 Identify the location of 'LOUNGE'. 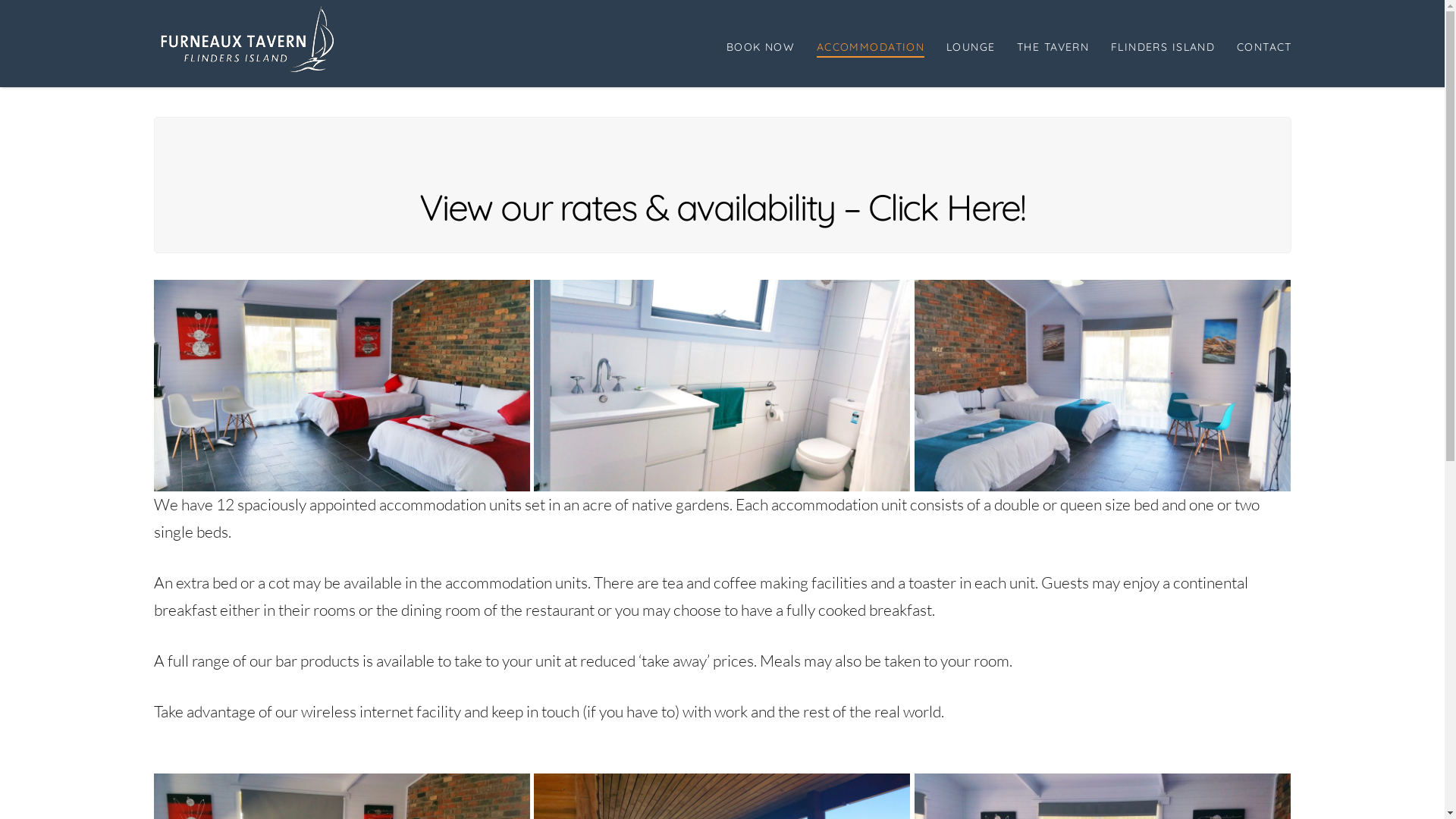
(969, 42).